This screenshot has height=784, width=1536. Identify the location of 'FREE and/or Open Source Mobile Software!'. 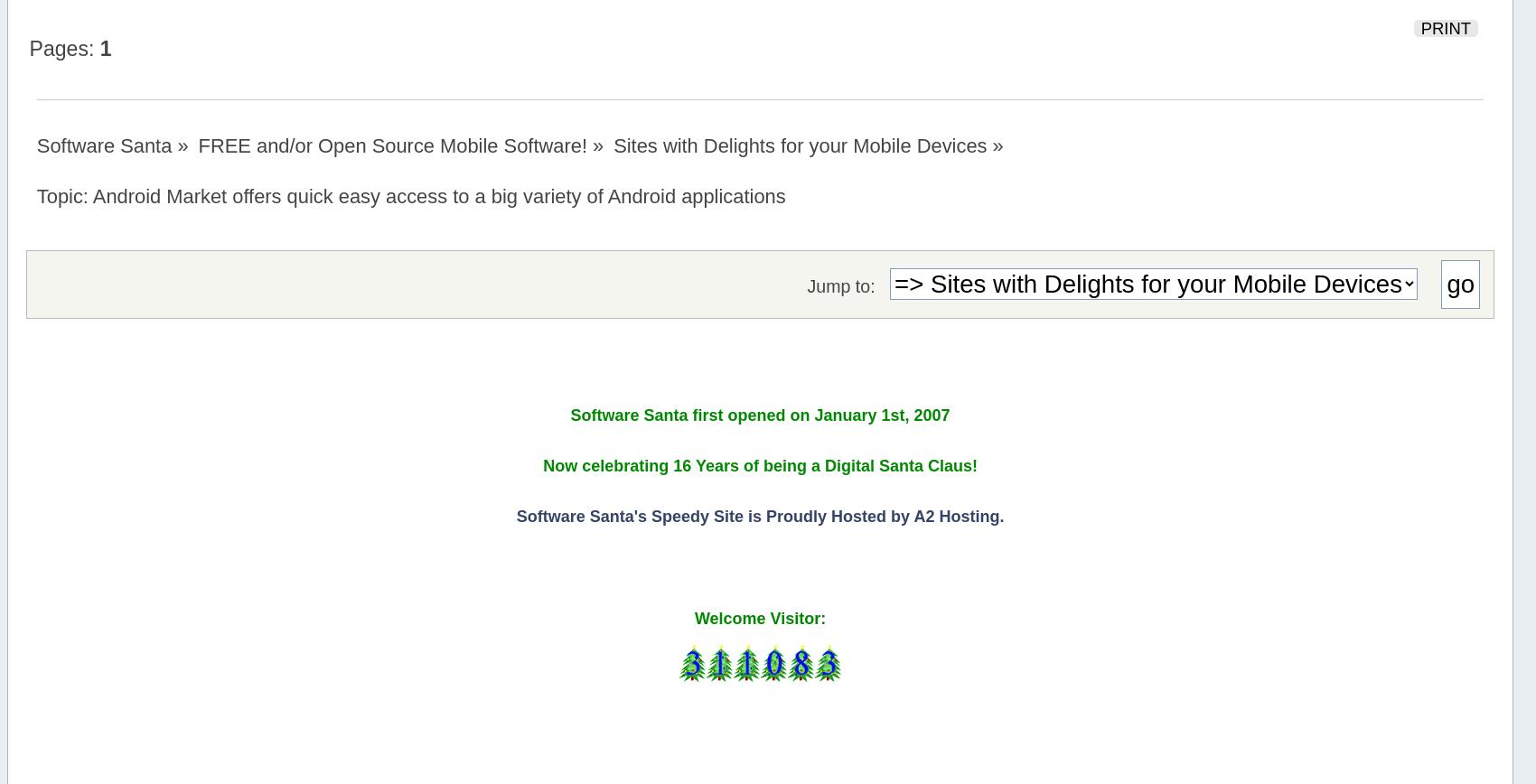
(392, 145).